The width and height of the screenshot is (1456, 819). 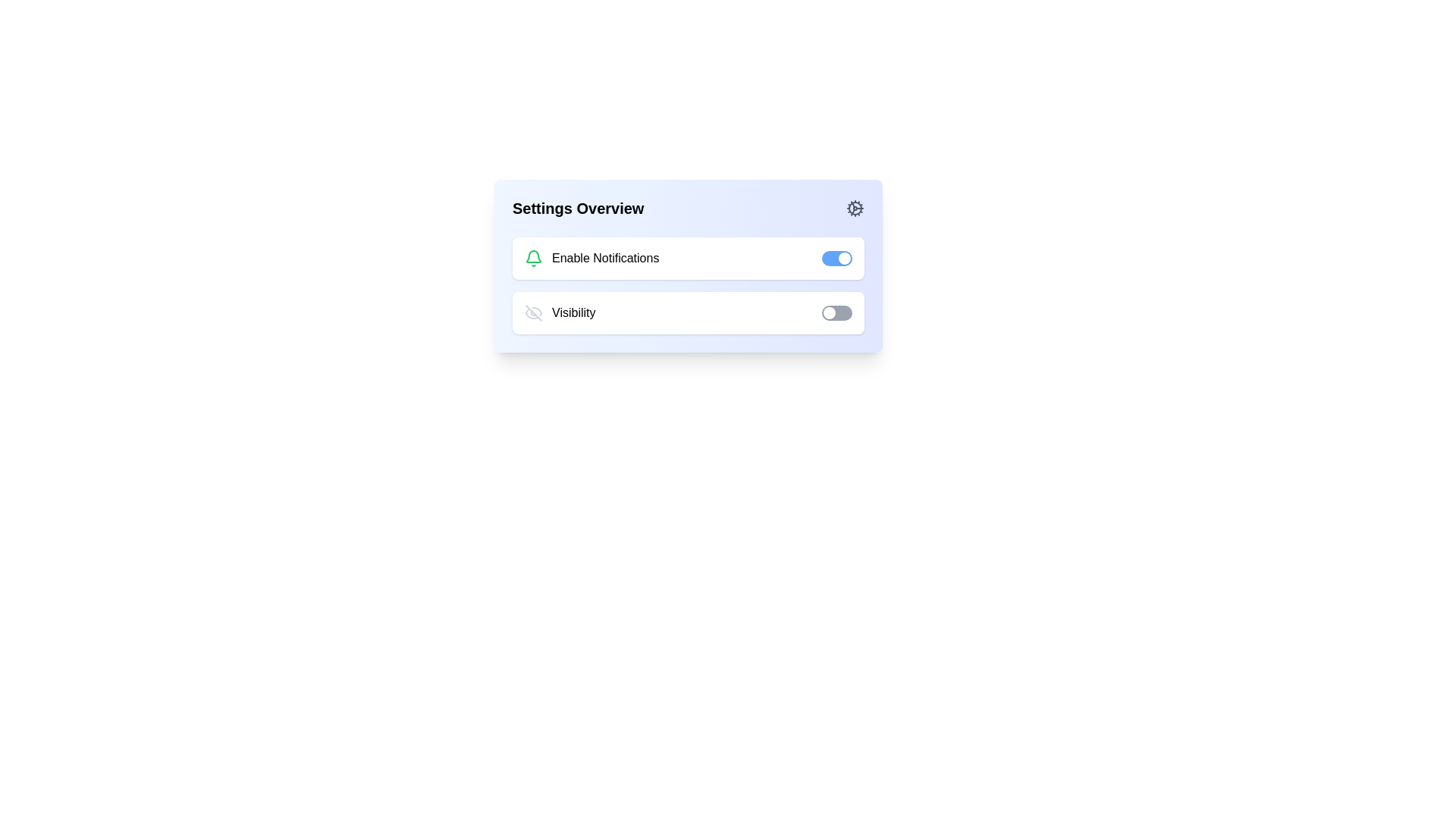 What do you see at coordinates (836, 312) in the screenshot?
I see `the second toggle switch in the settings, which controls the visibility setting and is located below the 'Enable Notifications' toggle` at bounding box center [836, 312].